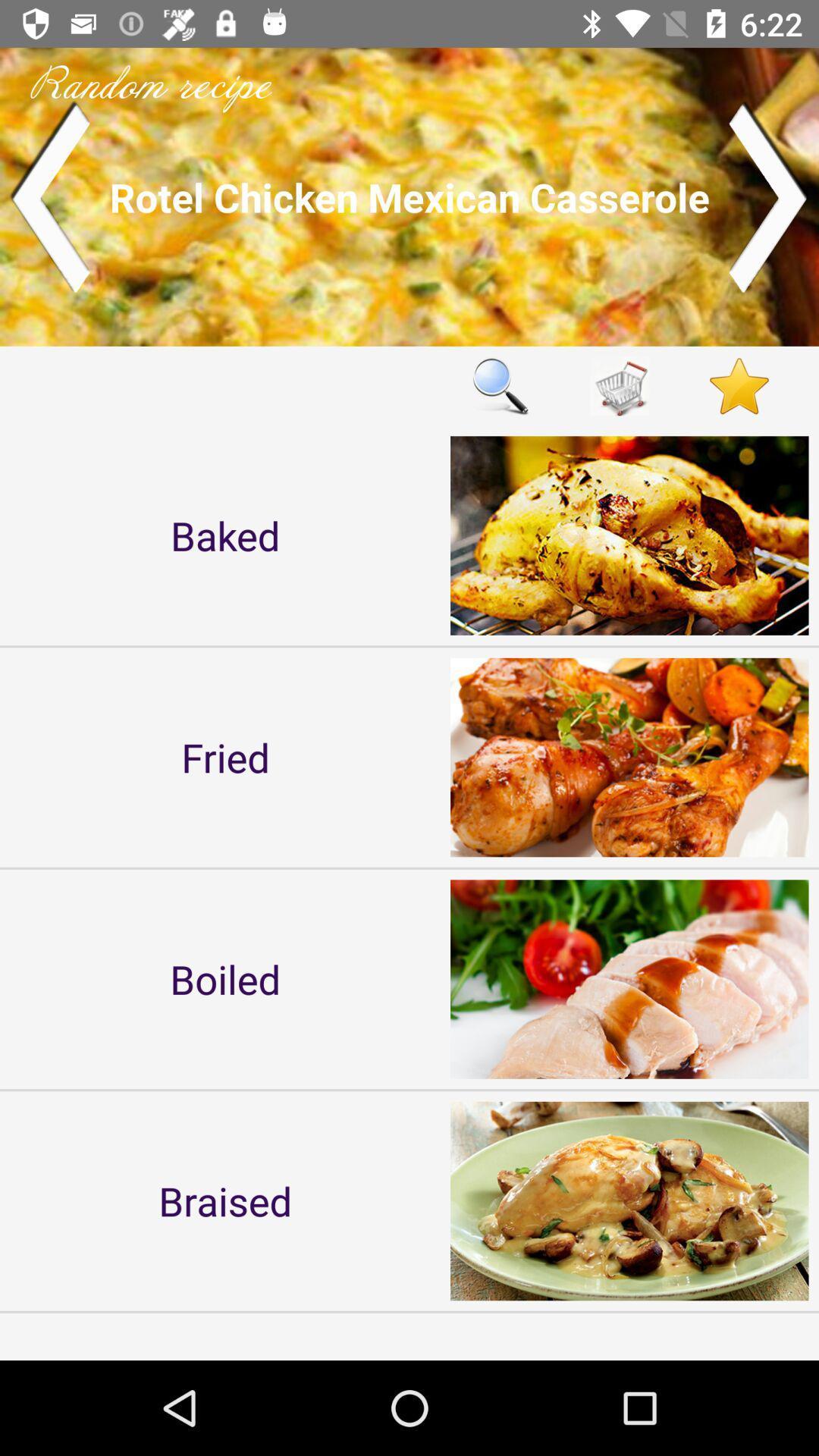 This screenshot has width=819, height=1456. I want to click on item above the fried item, so click(225, 535).